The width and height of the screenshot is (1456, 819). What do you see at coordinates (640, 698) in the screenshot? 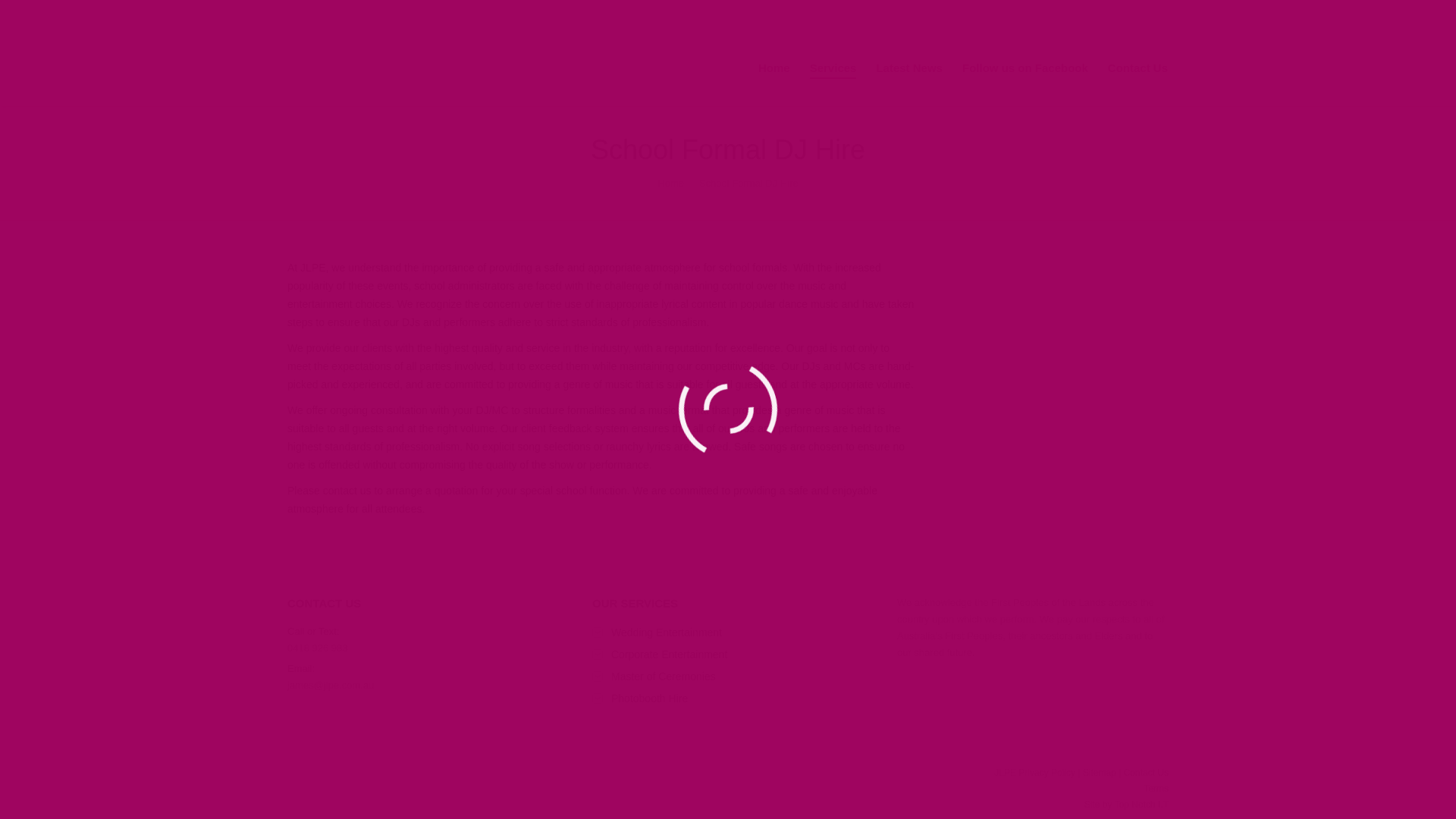
I see `'Photobooth Hire'` at bounding box center [640, 698].